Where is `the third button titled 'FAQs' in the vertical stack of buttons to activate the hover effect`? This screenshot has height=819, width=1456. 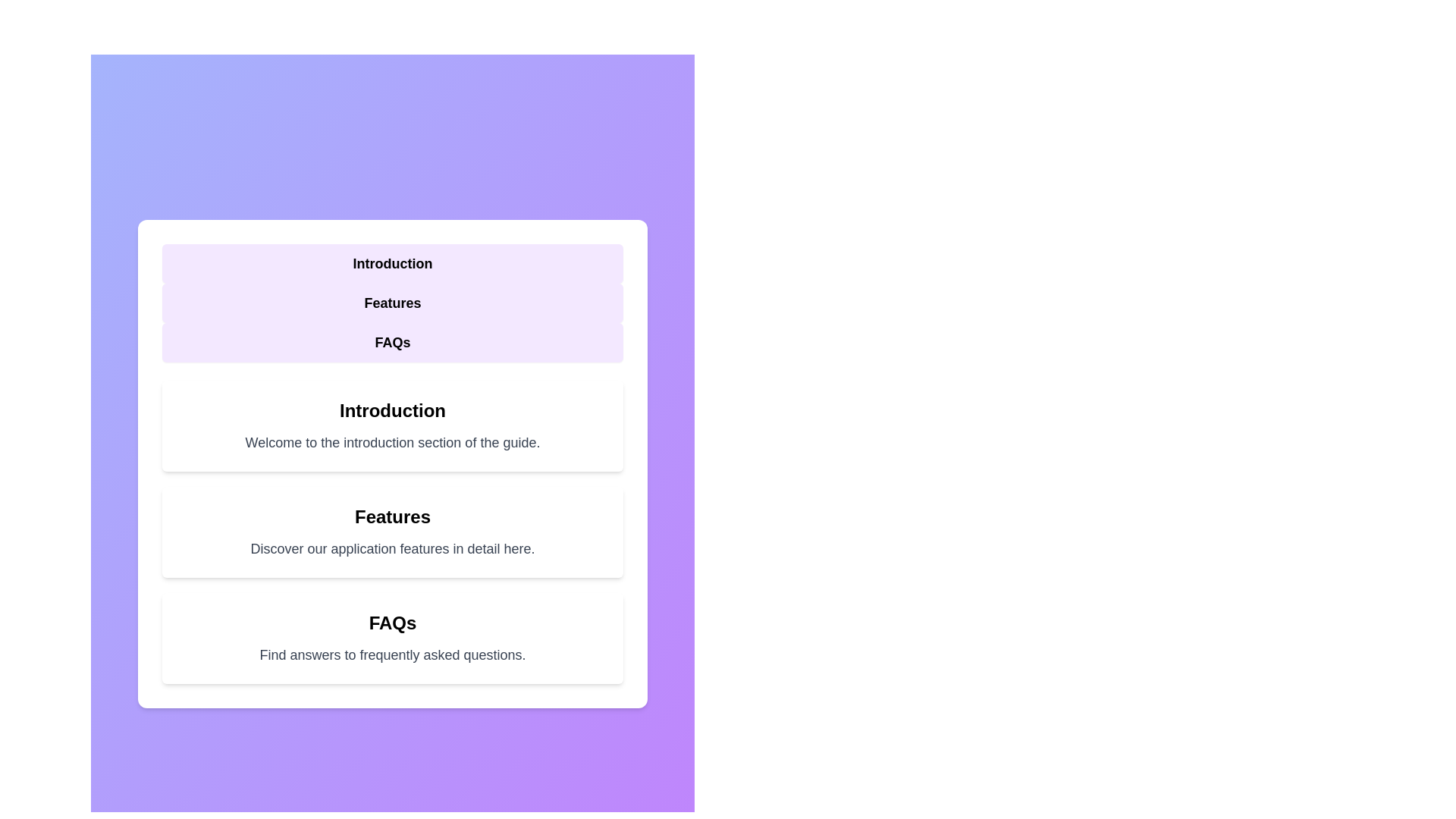 the third button titled 'FAQs' in the vertical stack of buttons to activate the hover effect is located at coordinates (393, 342).